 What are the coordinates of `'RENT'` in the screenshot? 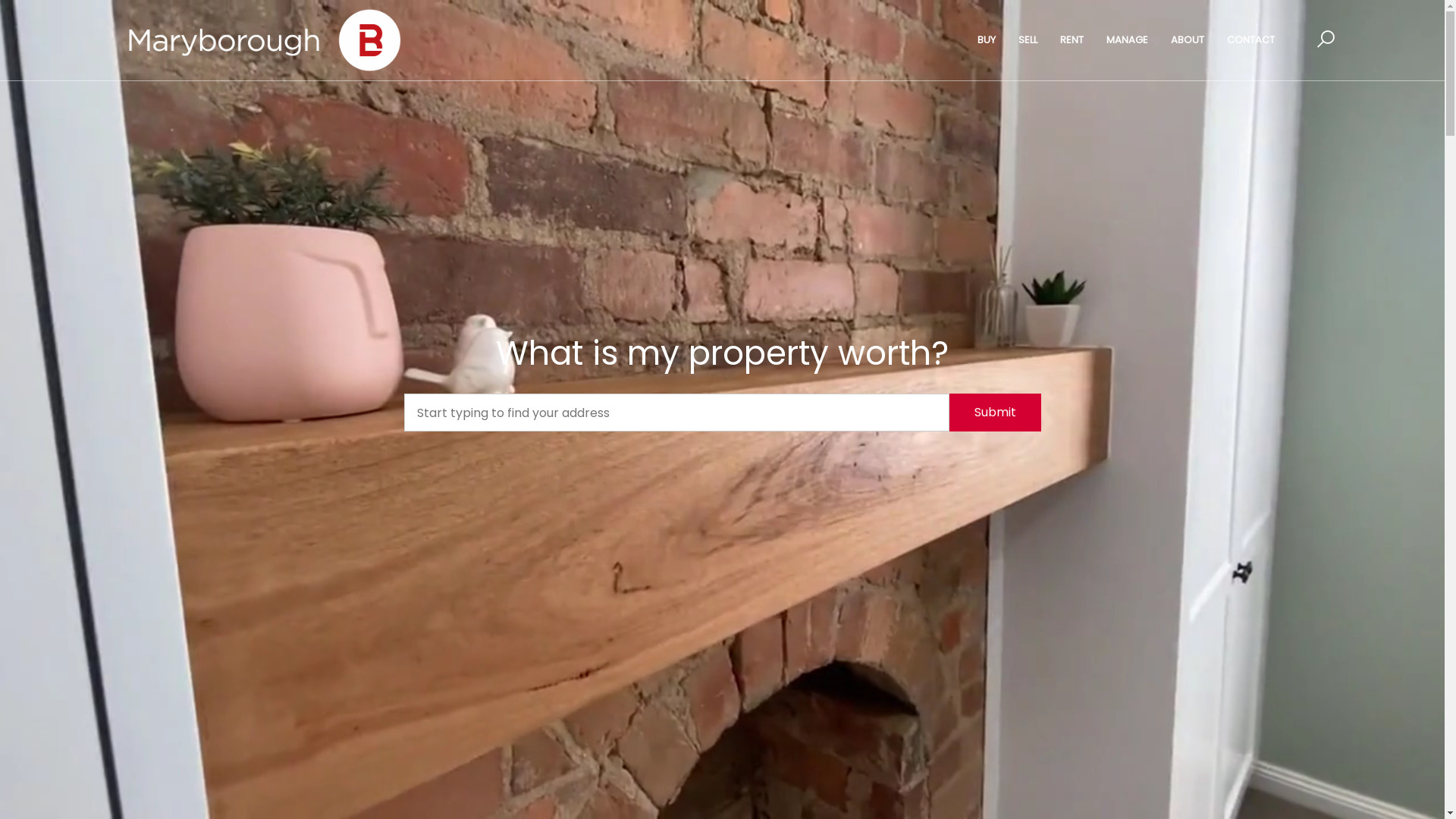 It's located at (1071, 39).